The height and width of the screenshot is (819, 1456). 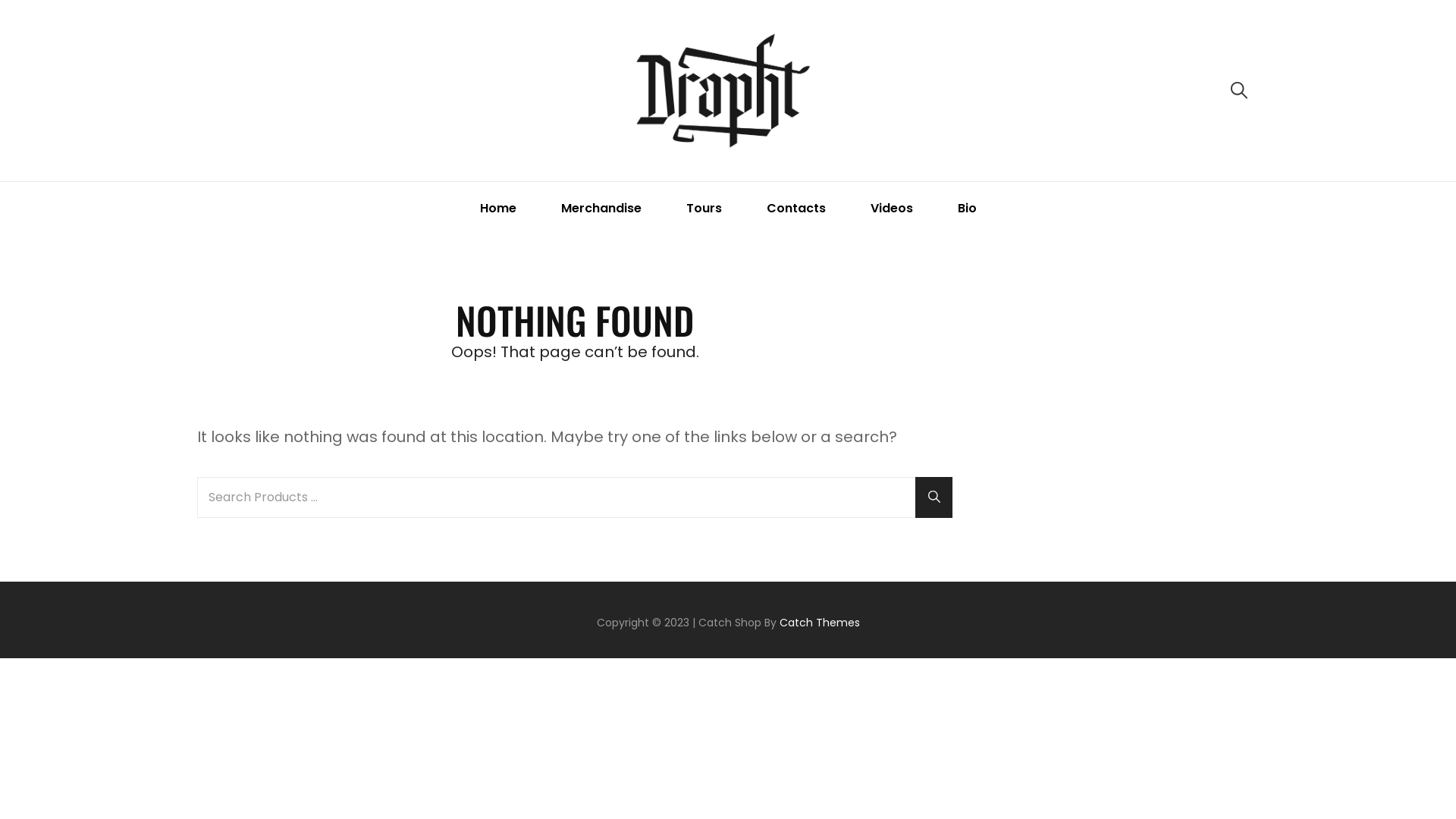 I want to click on 'Home', so click(x=458, y=208).